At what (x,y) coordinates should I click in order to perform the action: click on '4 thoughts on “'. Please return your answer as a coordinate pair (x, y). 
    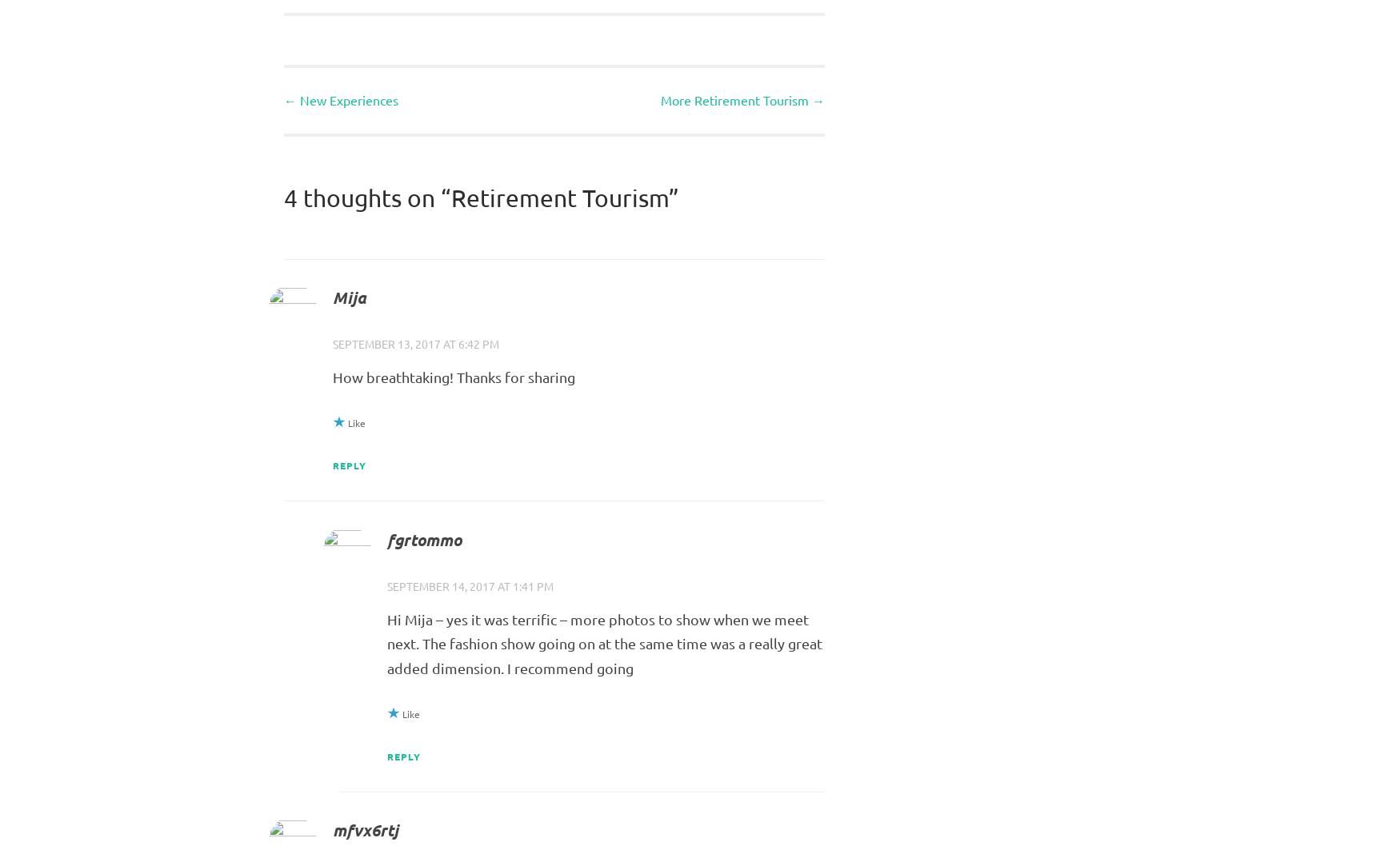
    Looking at the image, I should click on (367, 197).